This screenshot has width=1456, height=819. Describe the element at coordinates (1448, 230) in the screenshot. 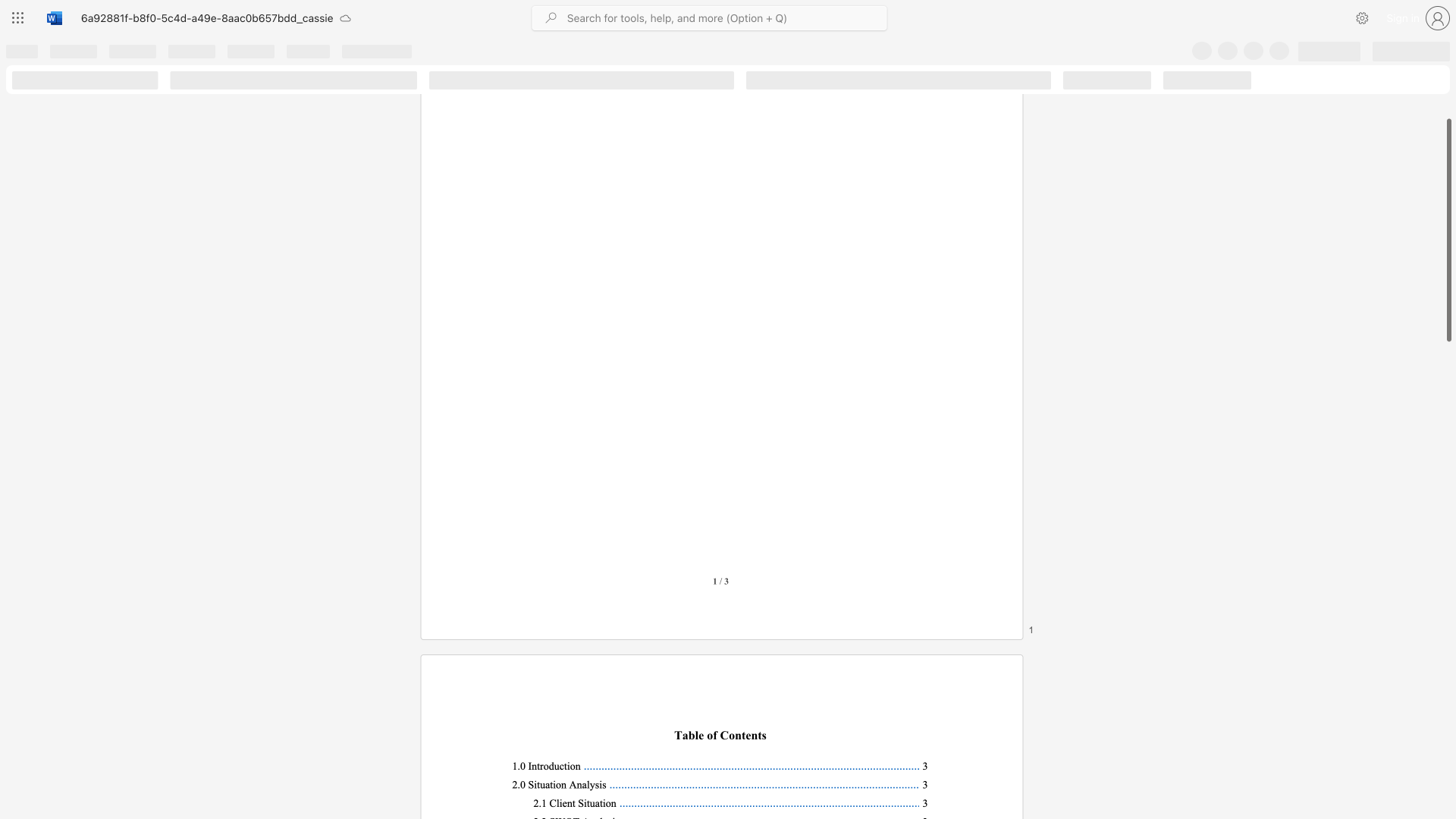

I see `the scrollbar and move down 1590 pixels` at that location.